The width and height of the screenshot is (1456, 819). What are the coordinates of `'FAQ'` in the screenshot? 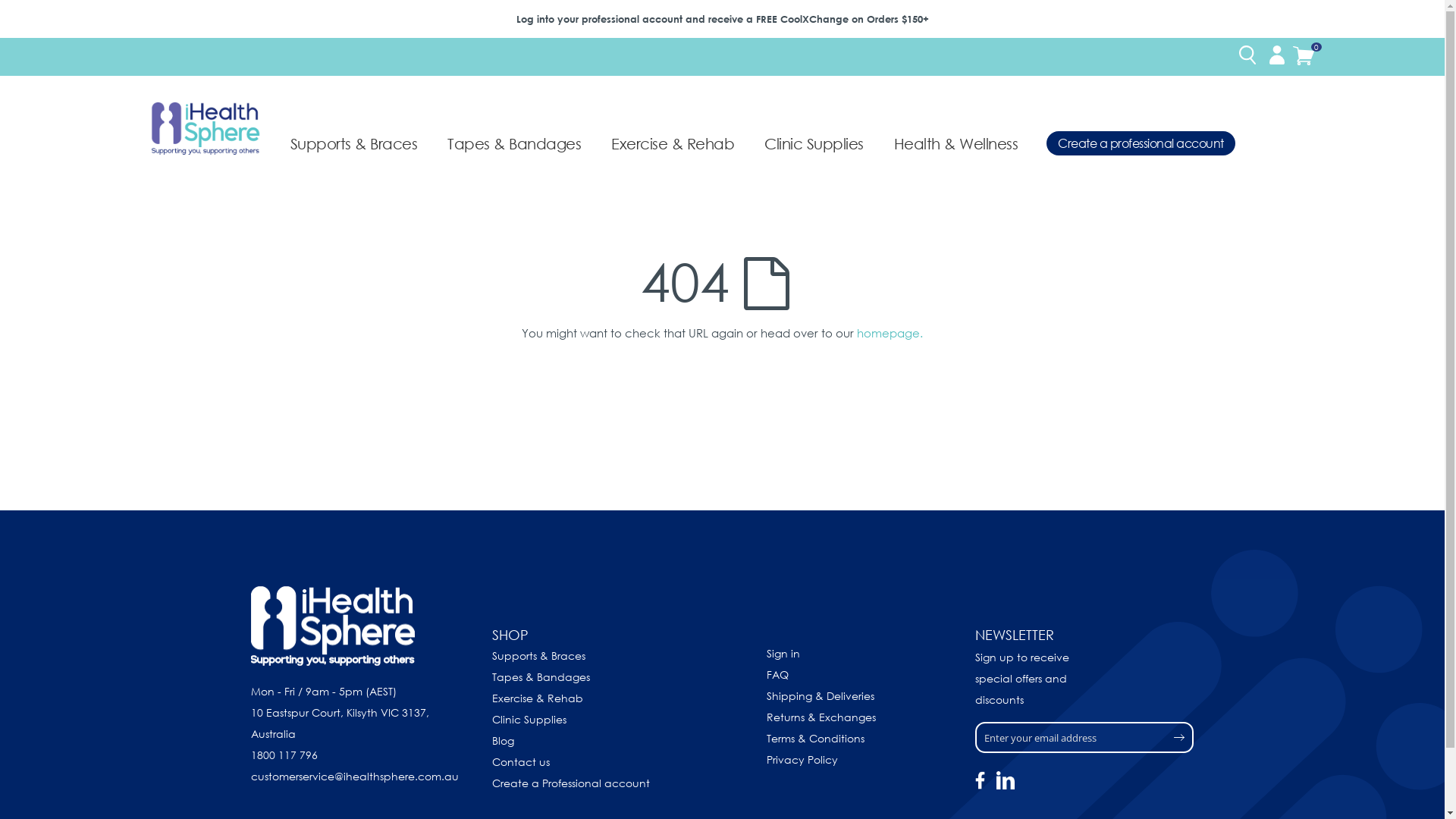 It's located at (777, 673).